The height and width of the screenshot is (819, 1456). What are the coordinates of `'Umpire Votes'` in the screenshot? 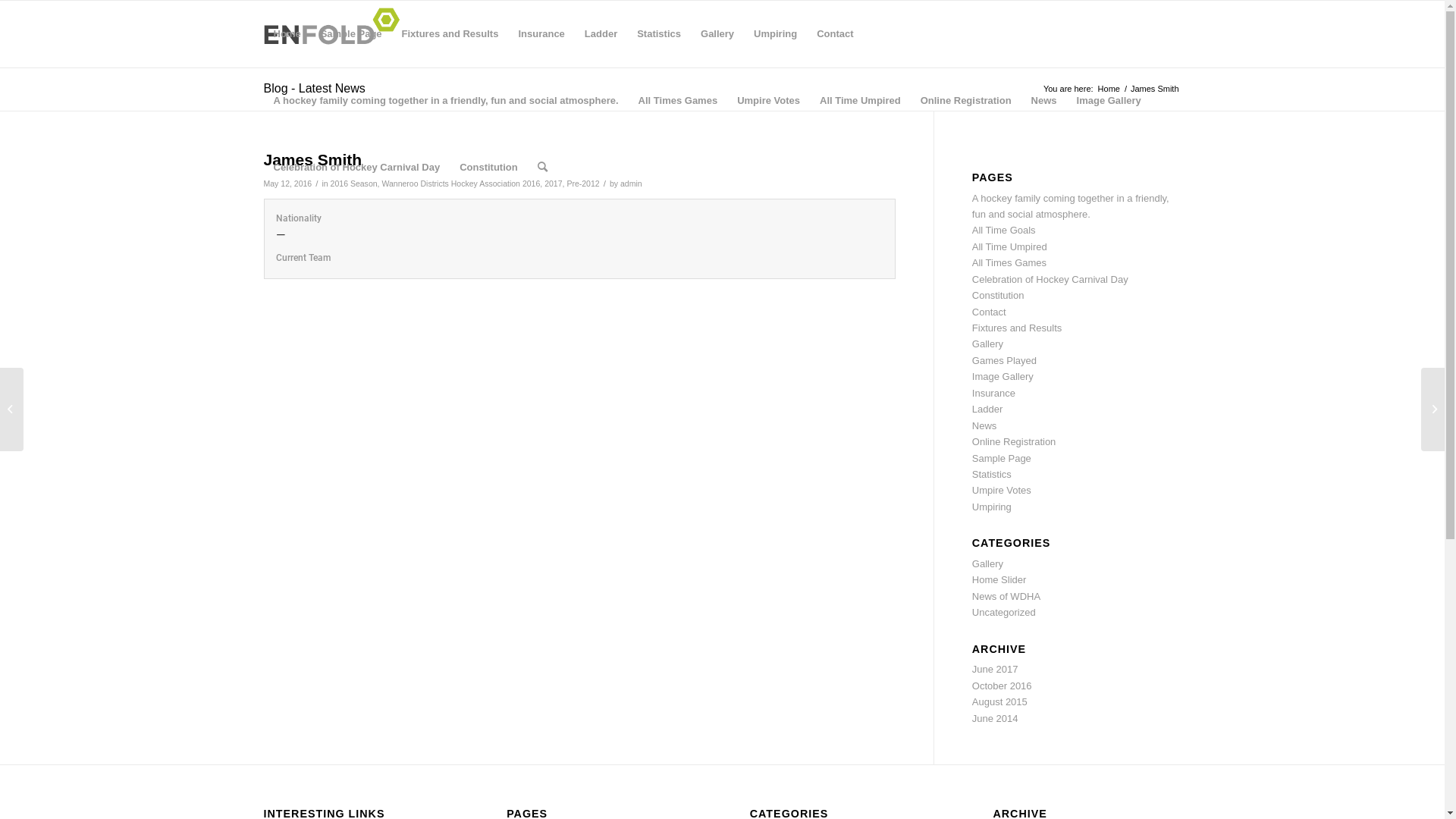 It's located at (768, 100).